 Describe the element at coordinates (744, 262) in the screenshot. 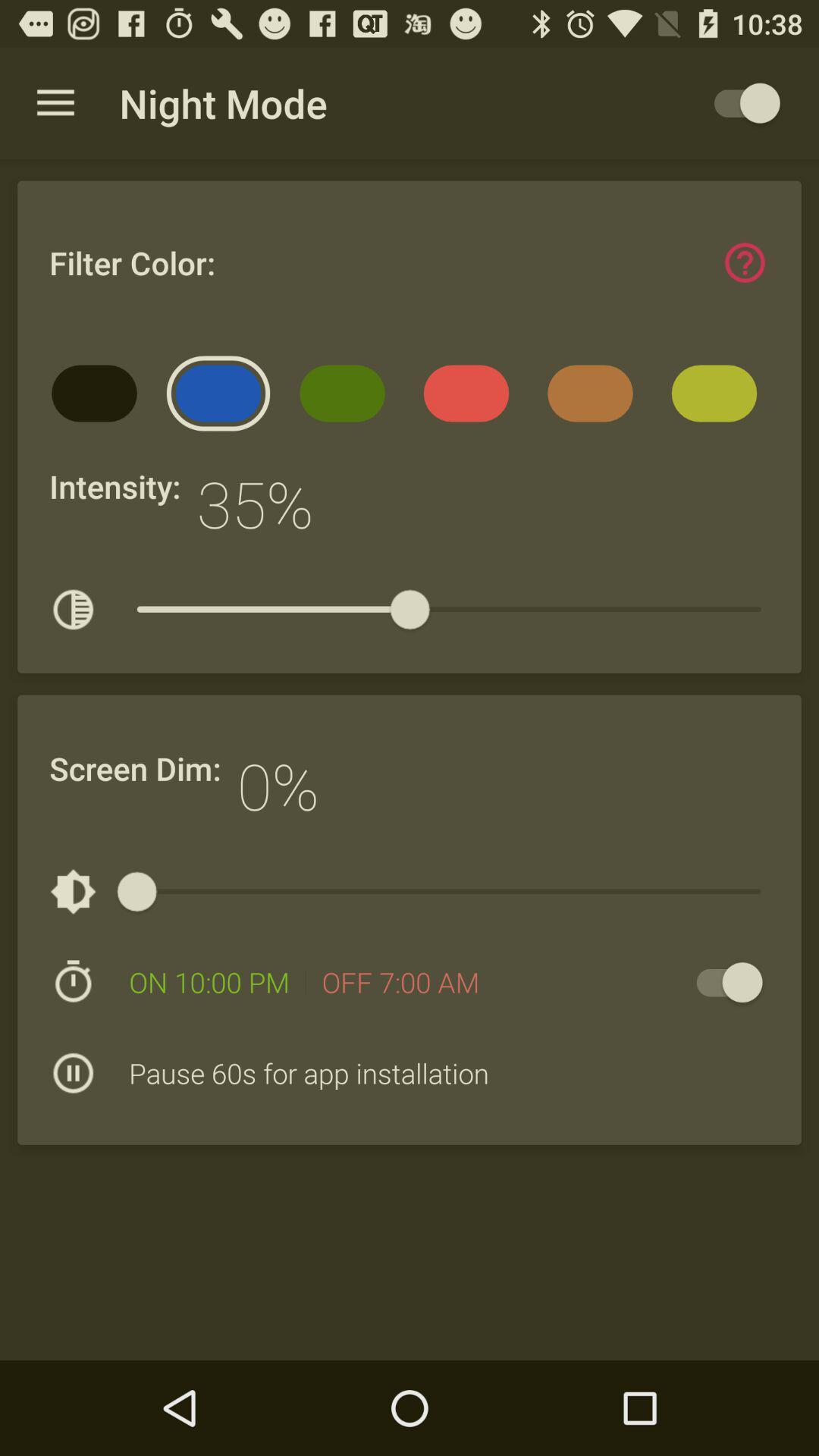

I see `get help for setting` at that location.